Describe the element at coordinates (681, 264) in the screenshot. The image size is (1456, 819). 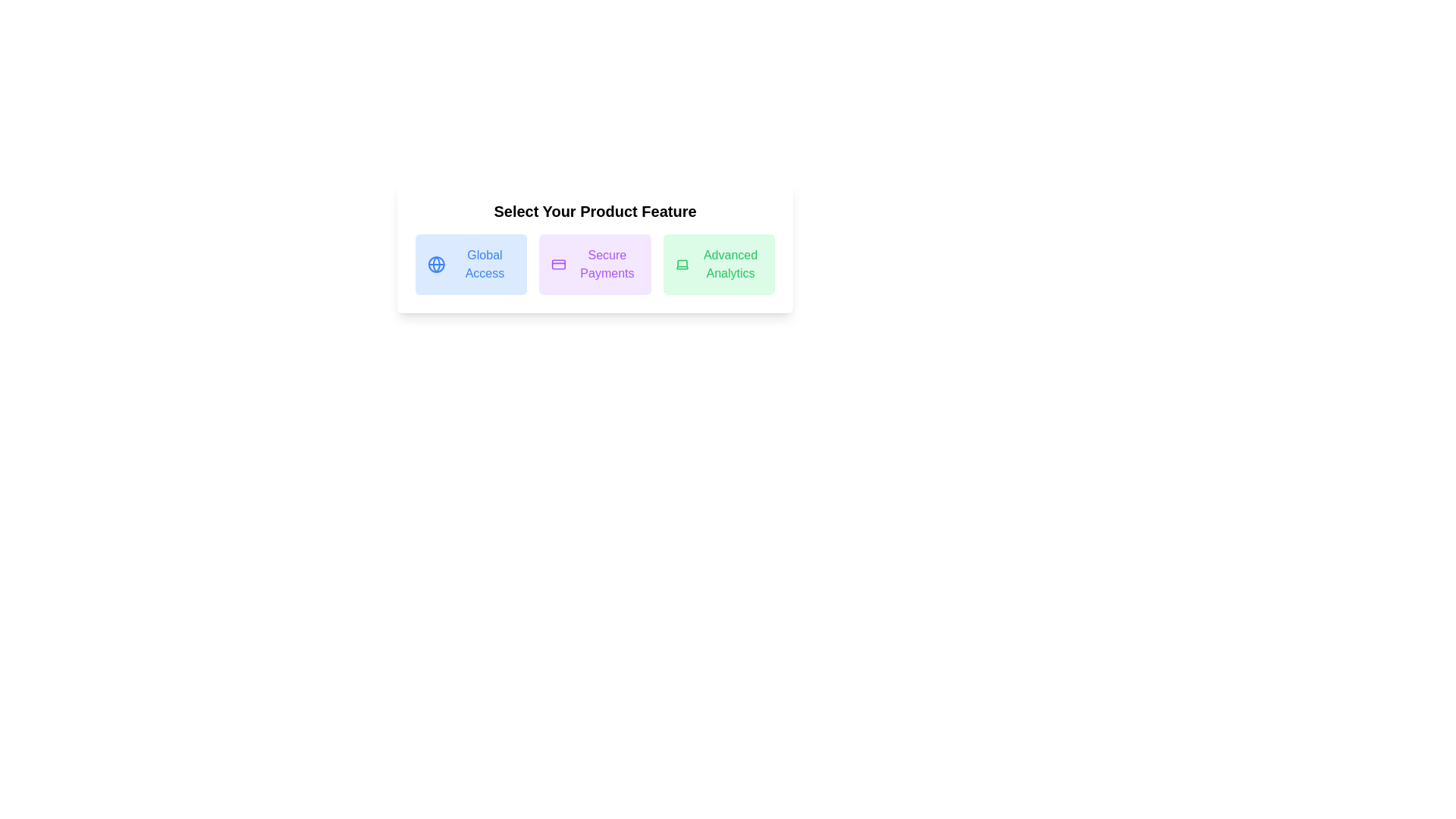
I see `the laptop-shaped icon inside the green box labeled 'Advanced Analytics'` at that location.